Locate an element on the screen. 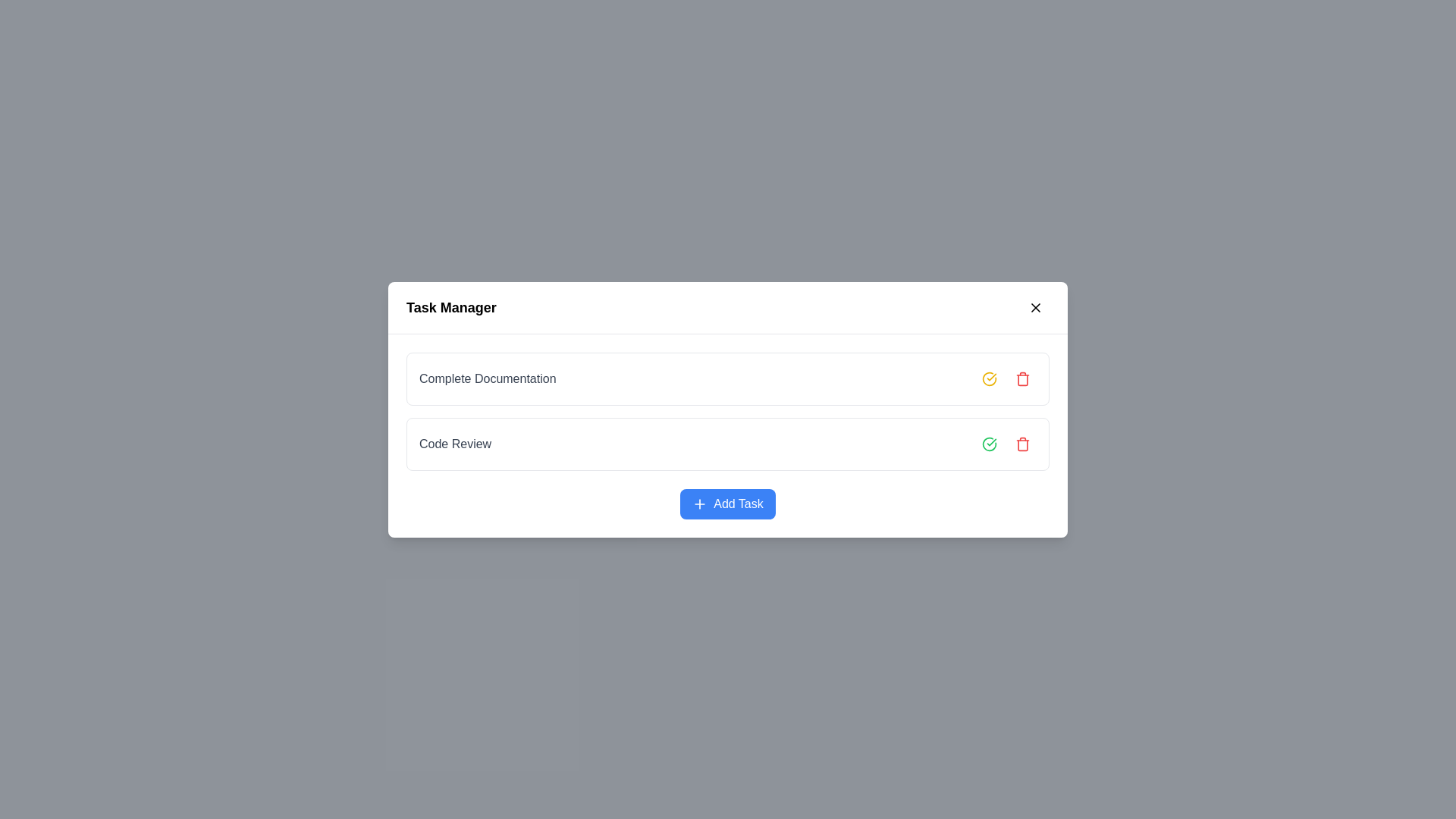 Image resolution: width=1456 pixels, height=819 pixels. the cross-shaped icon located near the top-right corner of the bounding box within the 'Task Manager' header to invoke its function is located at coordinates (1035, 307).